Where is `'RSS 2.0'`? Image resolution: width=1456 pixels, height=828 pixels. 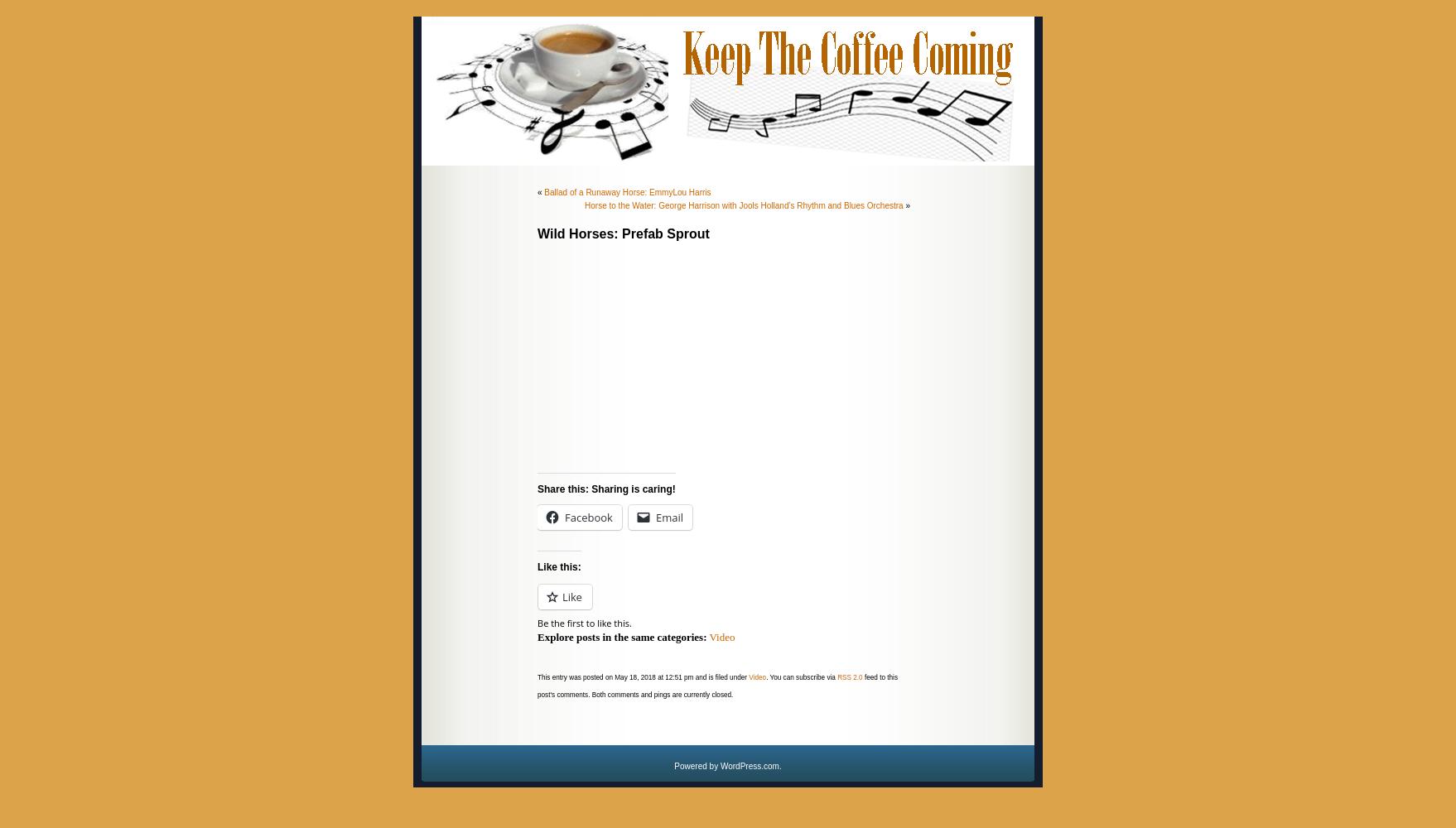 'RSS 2.0' is located at coordinates (837, 676).